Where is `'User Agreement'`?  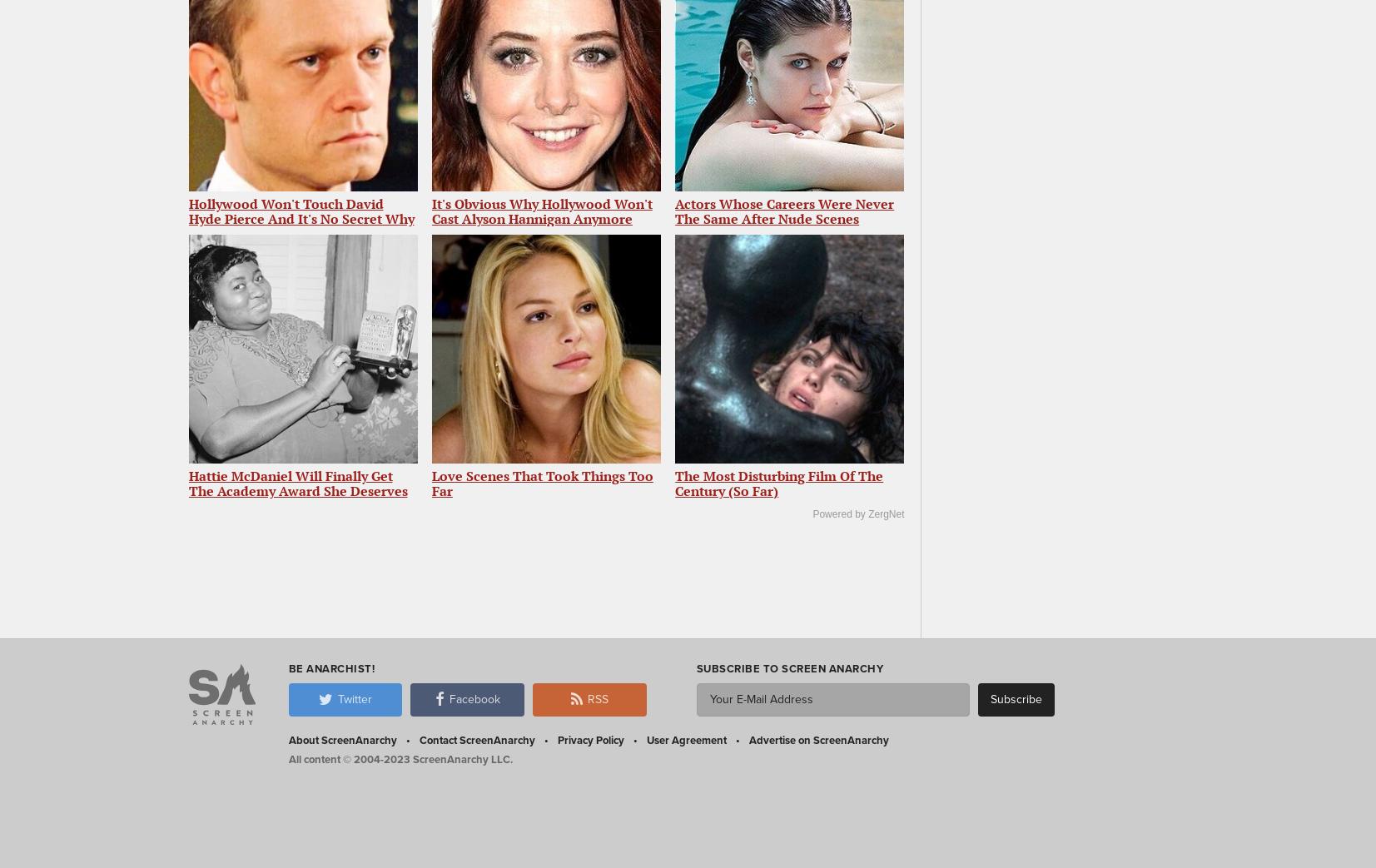
'User Agreement' is located at coordinates (644, 739).